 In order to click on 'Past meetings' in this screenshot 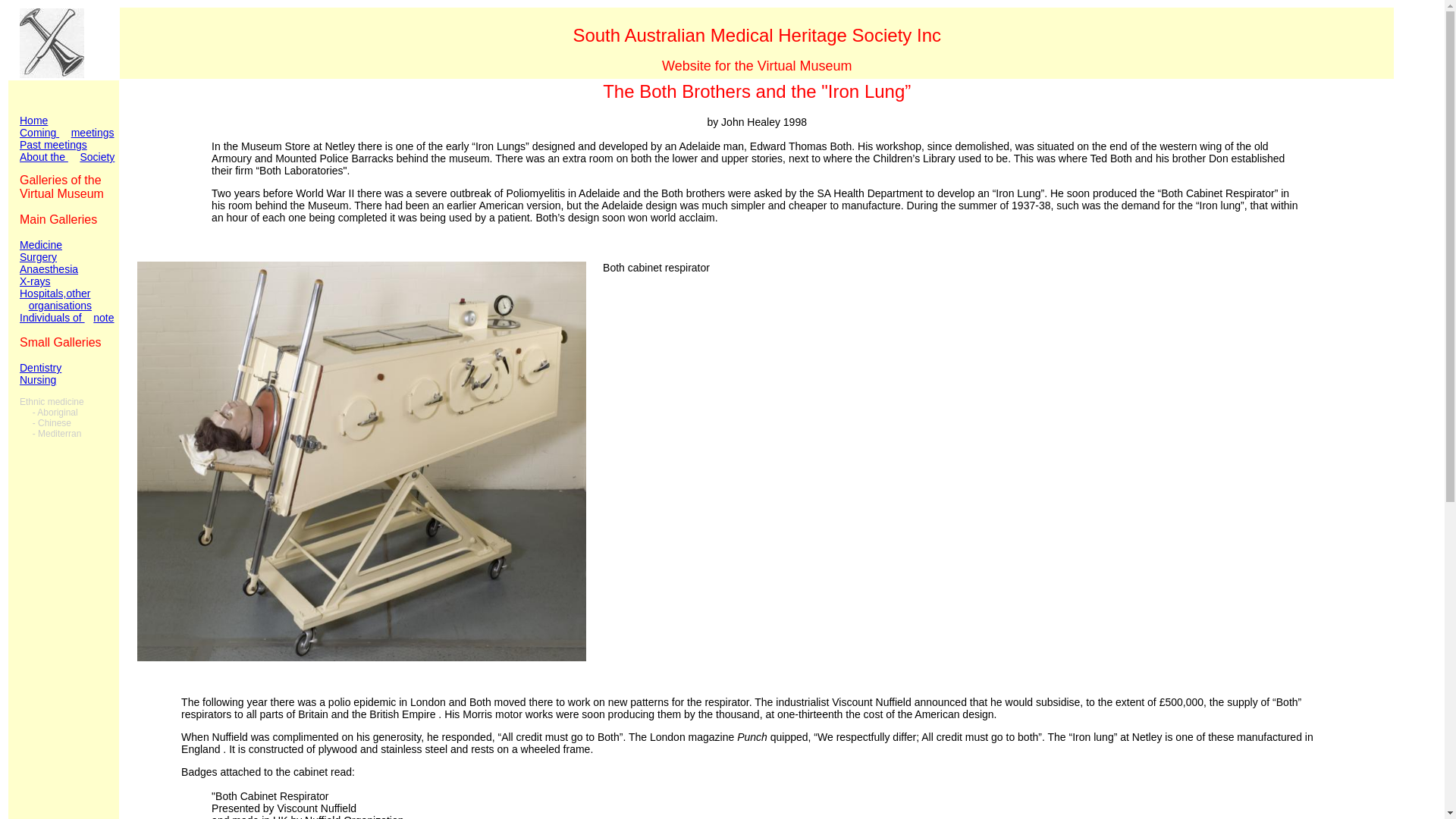, I will do `click(66, 151)`.